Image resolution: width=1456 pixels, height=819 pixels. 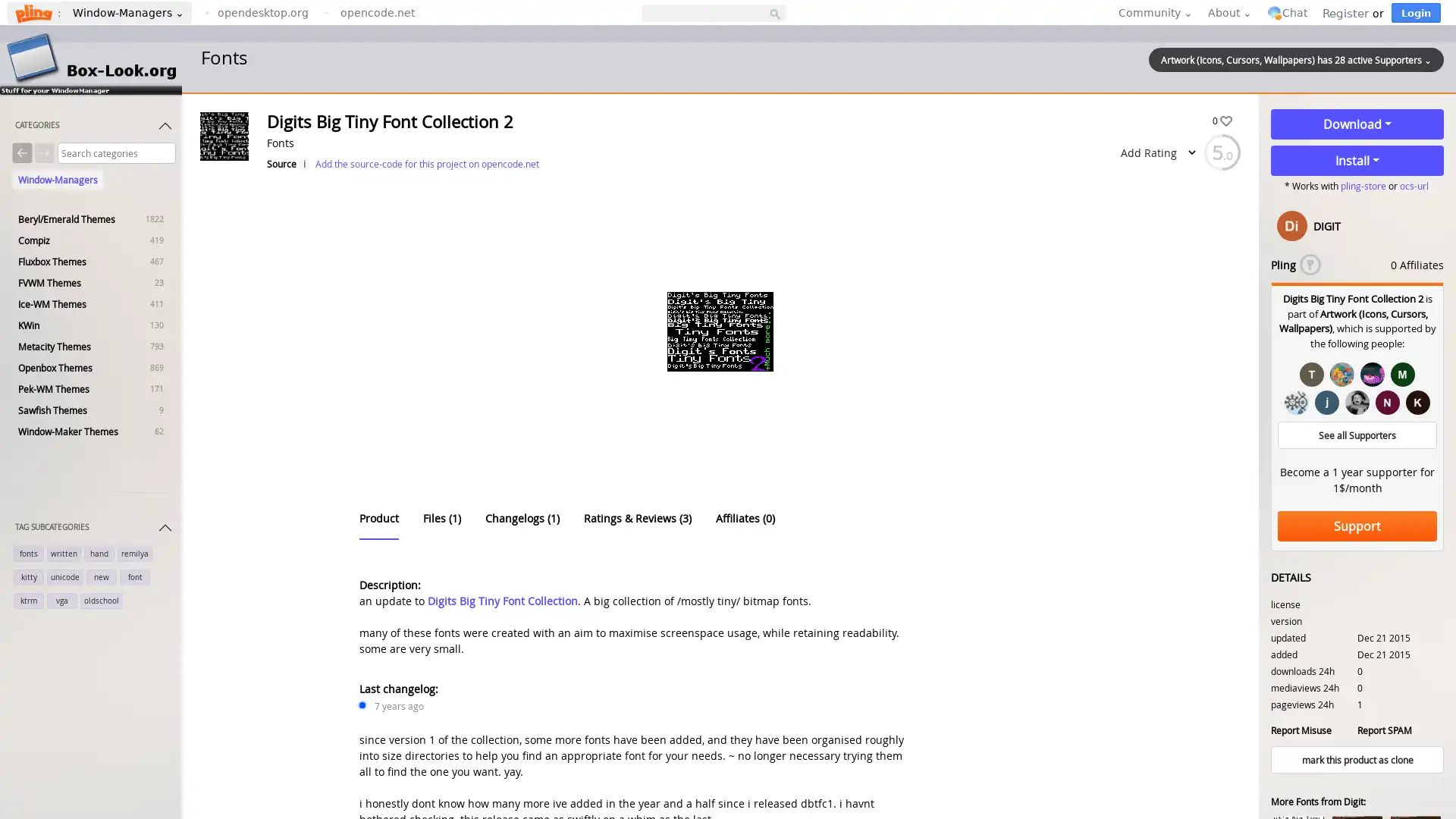 I want to click on CATEGORIES, so click(x=93, y=127).